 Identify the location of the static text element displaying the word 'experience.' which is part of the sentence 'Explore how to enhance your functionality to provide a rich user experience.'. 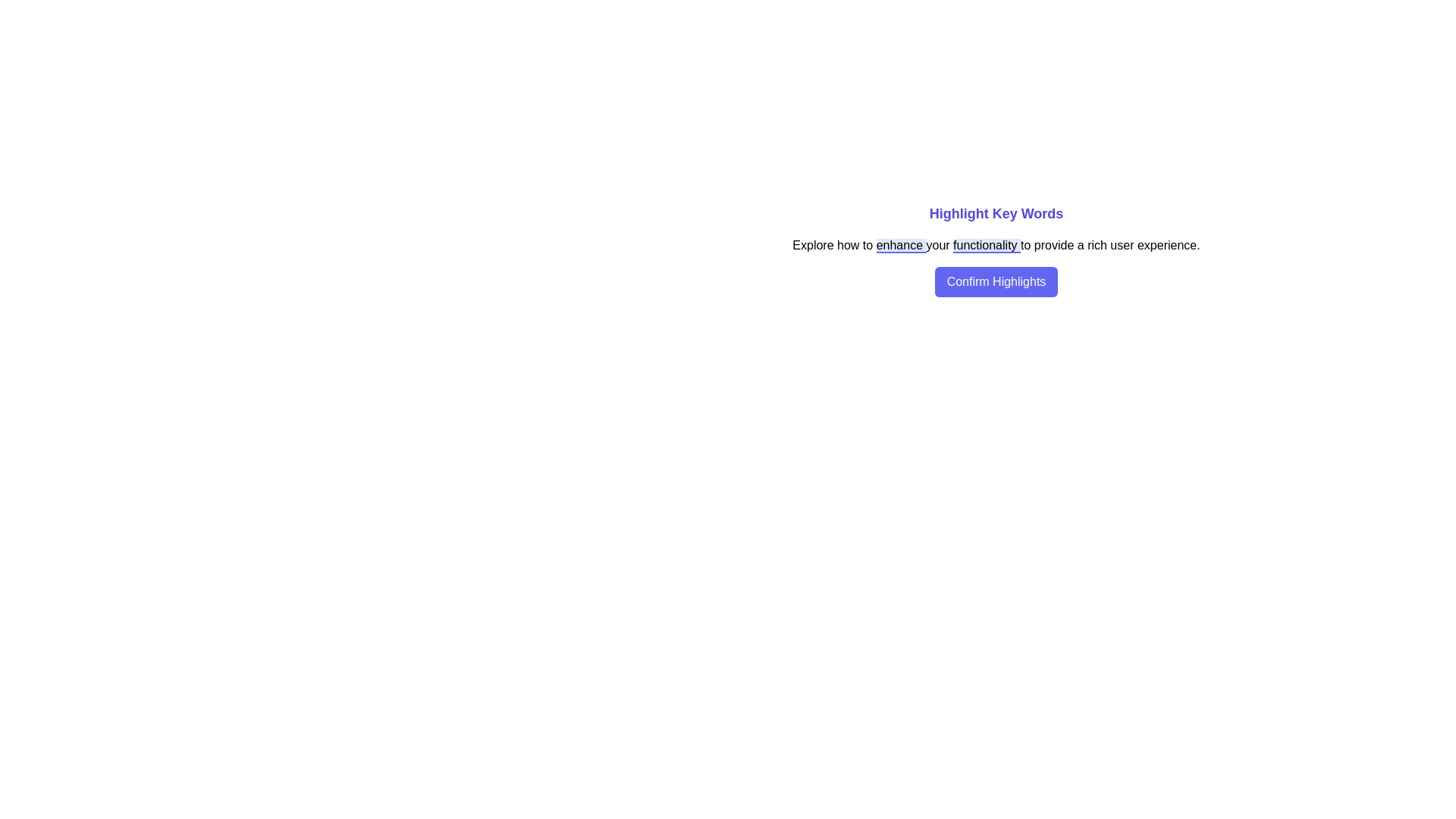
(1168, 245).